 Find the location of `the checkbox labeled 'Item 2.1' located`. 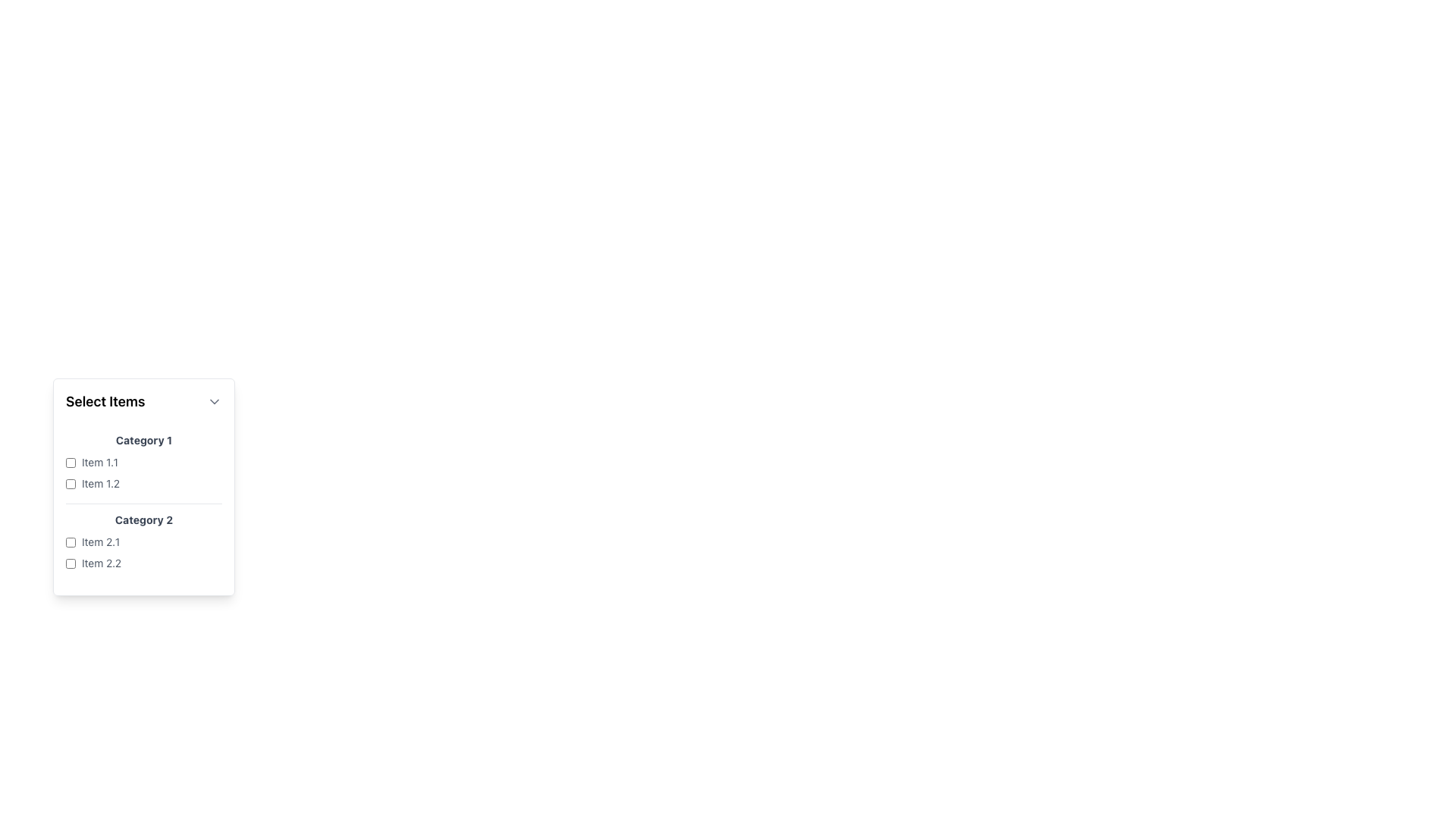

the checkbox labeled 'Item 2.1' located is located at coordinates (70, 541).